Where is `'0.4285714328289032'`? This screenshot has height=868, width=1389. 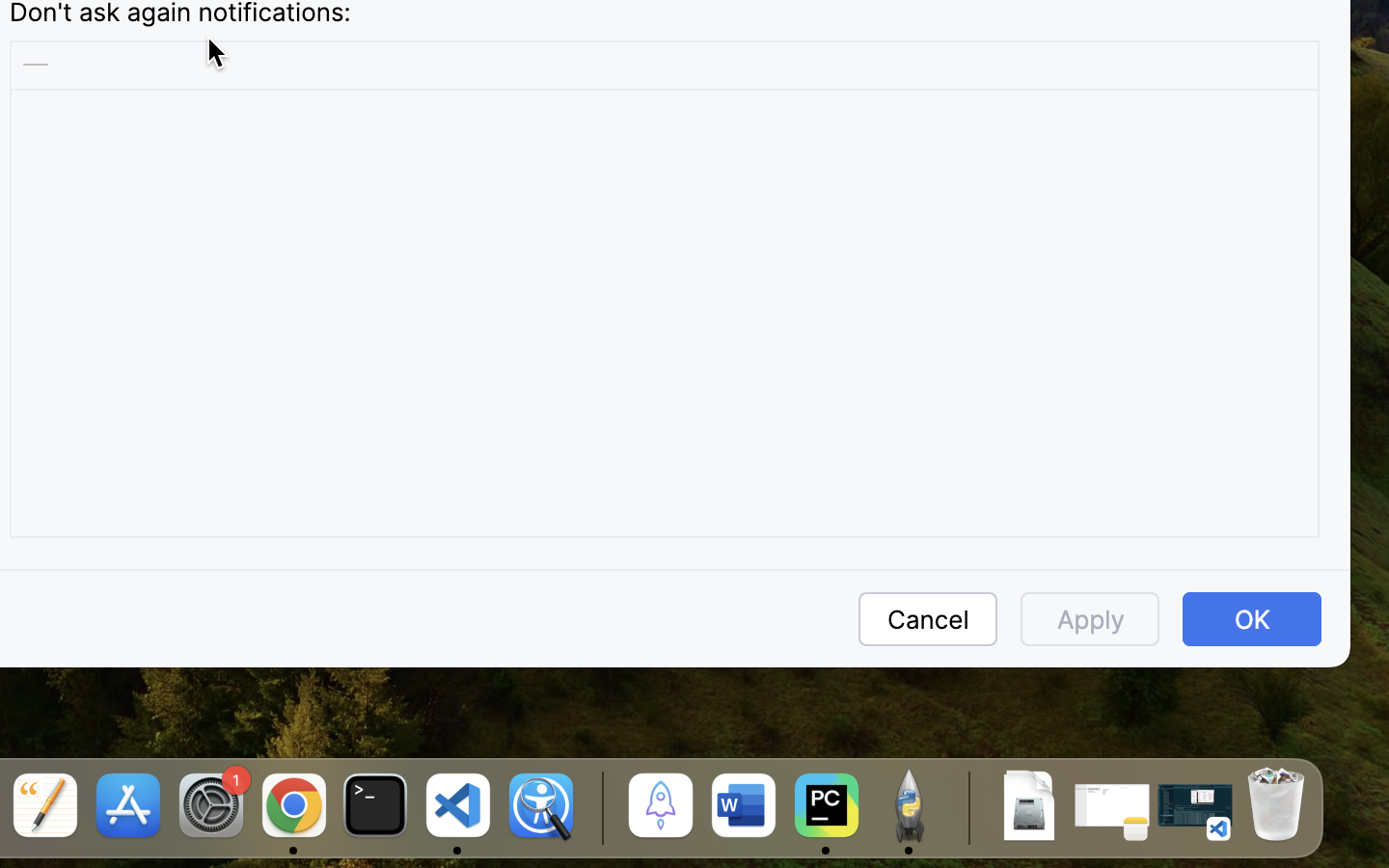 '0.4285714328289032' is located at coordinates (598, 807).